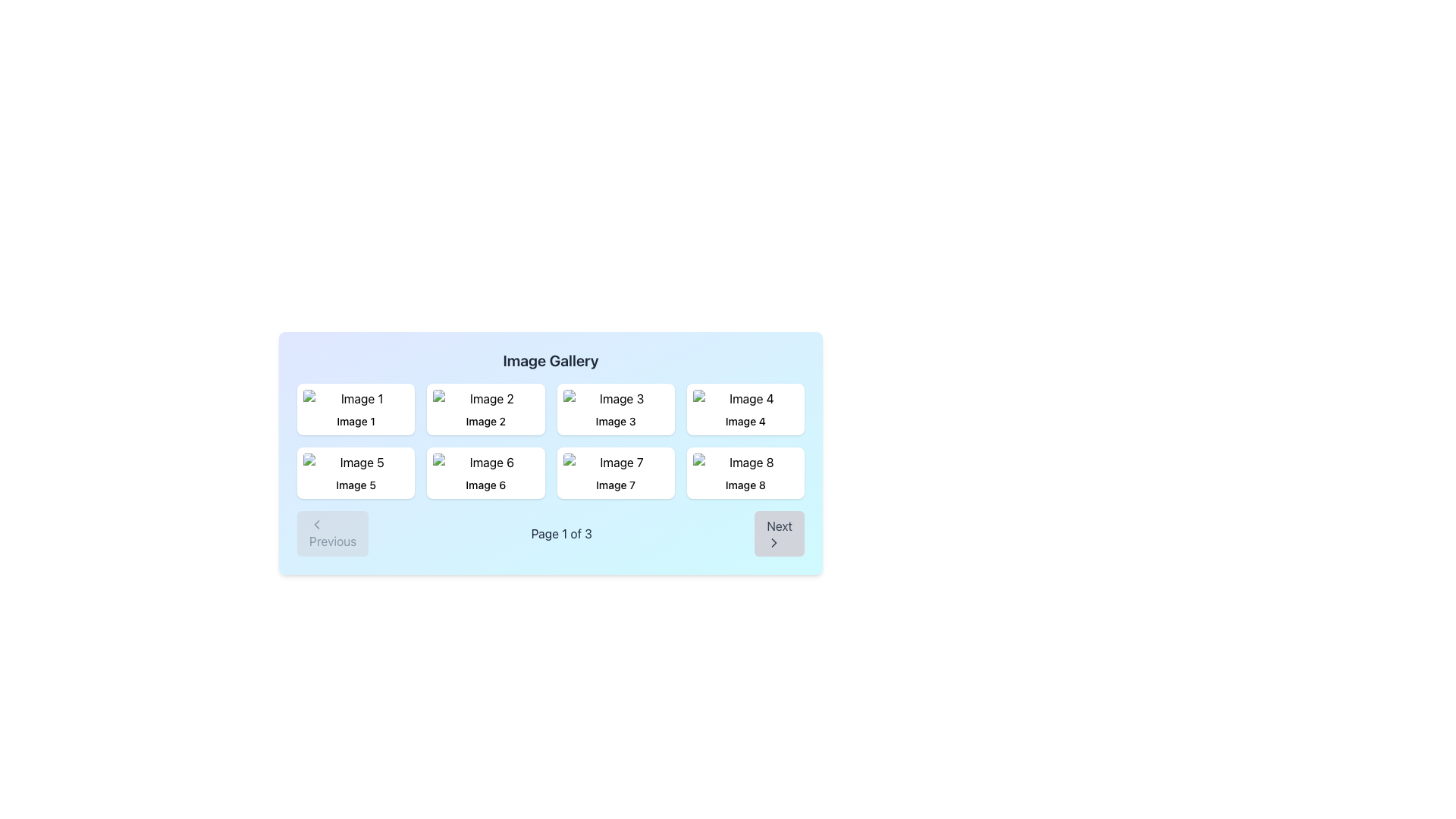  Describe the element at coordinates (355, 421) in the screenshot. I see `the text label element displaying 'Image 1' located below the thumbnail image in the gallery grid` at that location.